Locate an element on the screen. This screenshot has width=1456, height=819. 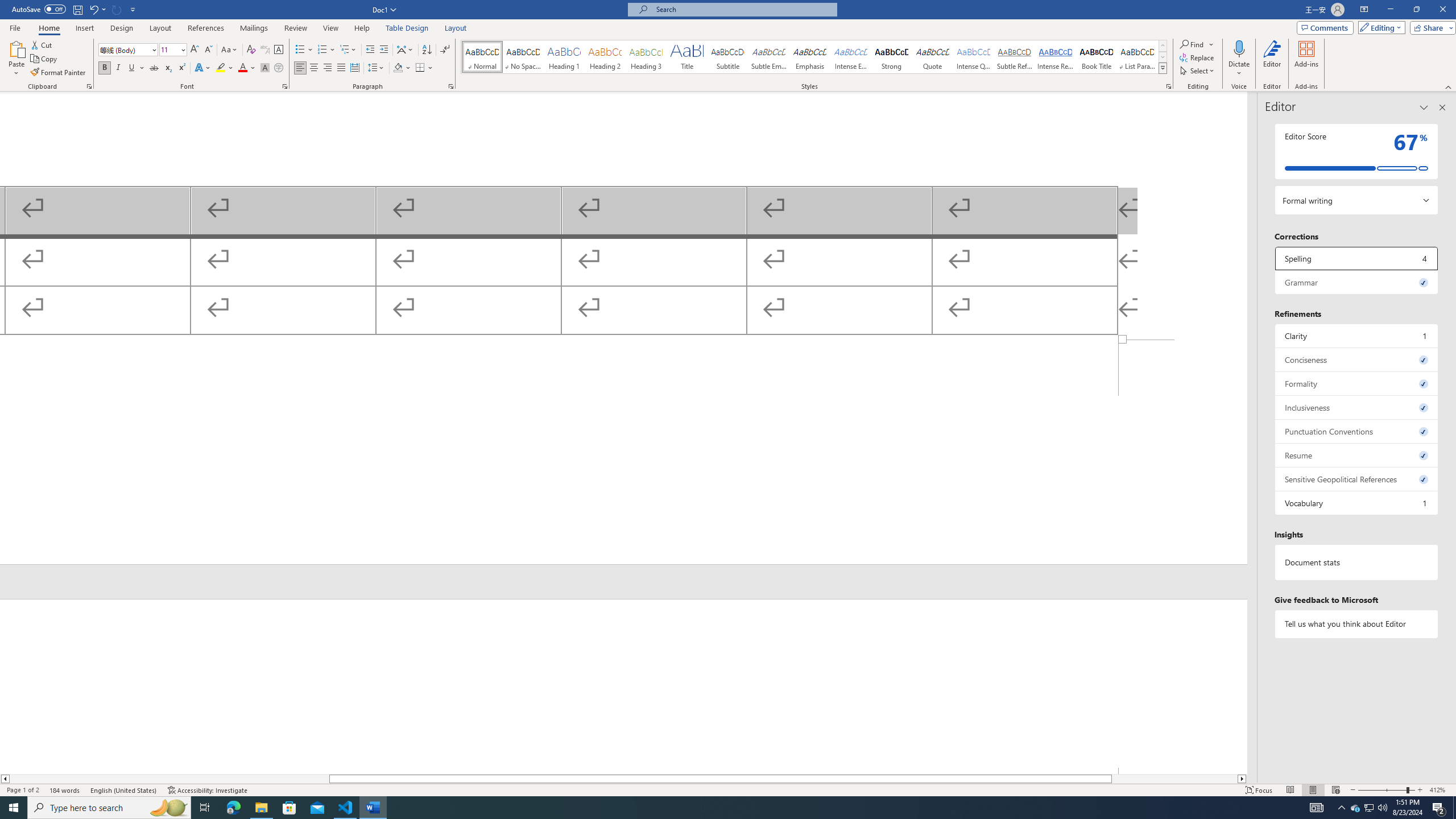
'Asian Layout' is located at coordinates (405, 49).